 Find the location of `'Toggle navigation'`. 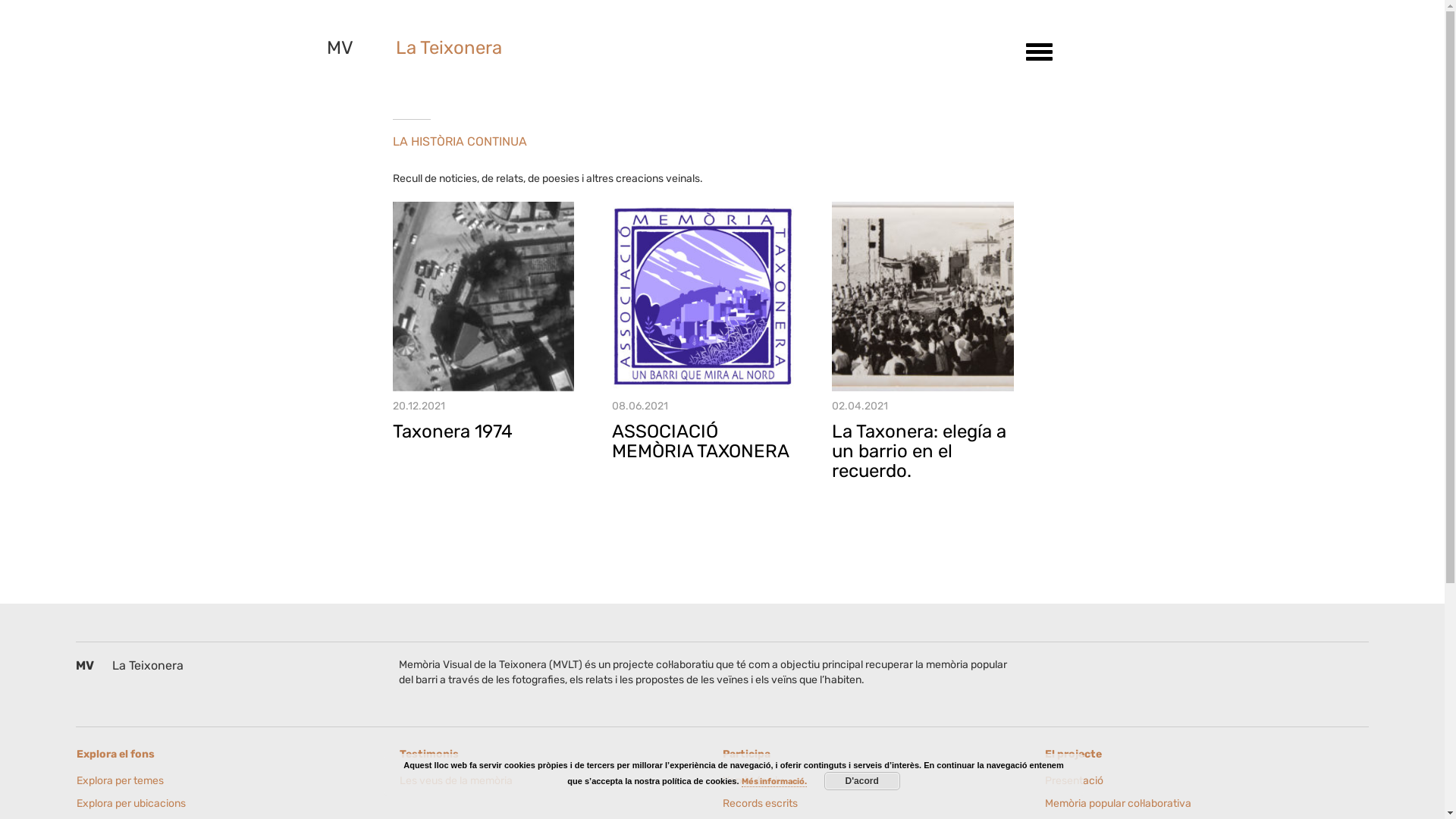

'Toggle navigation' is located at coordinates (1018, 51).